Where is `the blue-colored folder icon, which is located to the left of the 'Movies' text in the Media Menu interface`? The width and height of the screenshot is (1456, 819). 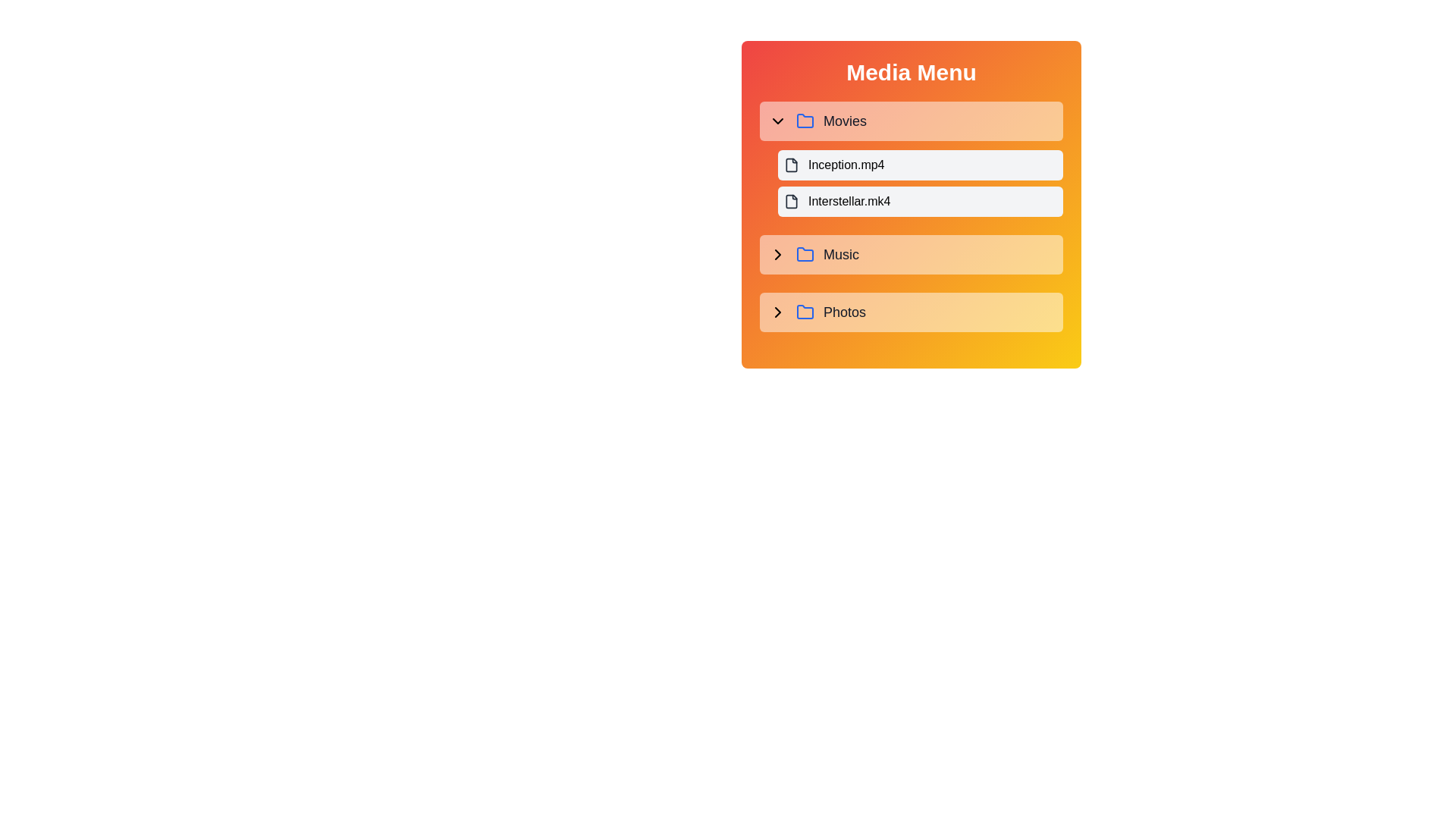
the blue-colored folder icon, which is located to the left of the 'Movies' text in the Media Menu interface is located at coordinates (804, 120).